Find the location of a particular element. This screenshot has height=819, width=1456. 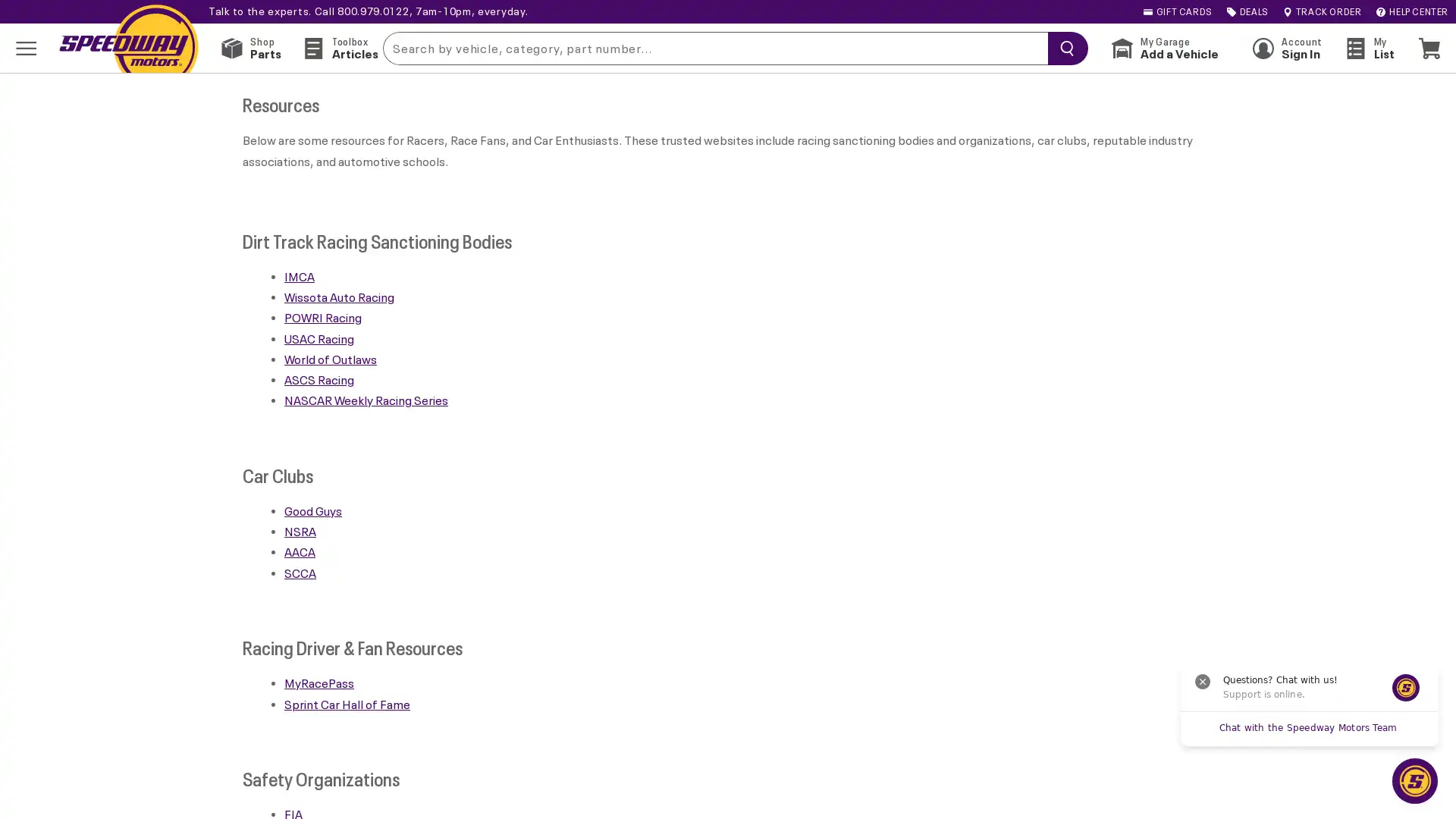

Questions? Chat with us! Support is online. Chat with the Speedway Motors Team is located at coordinates (1414, 780).